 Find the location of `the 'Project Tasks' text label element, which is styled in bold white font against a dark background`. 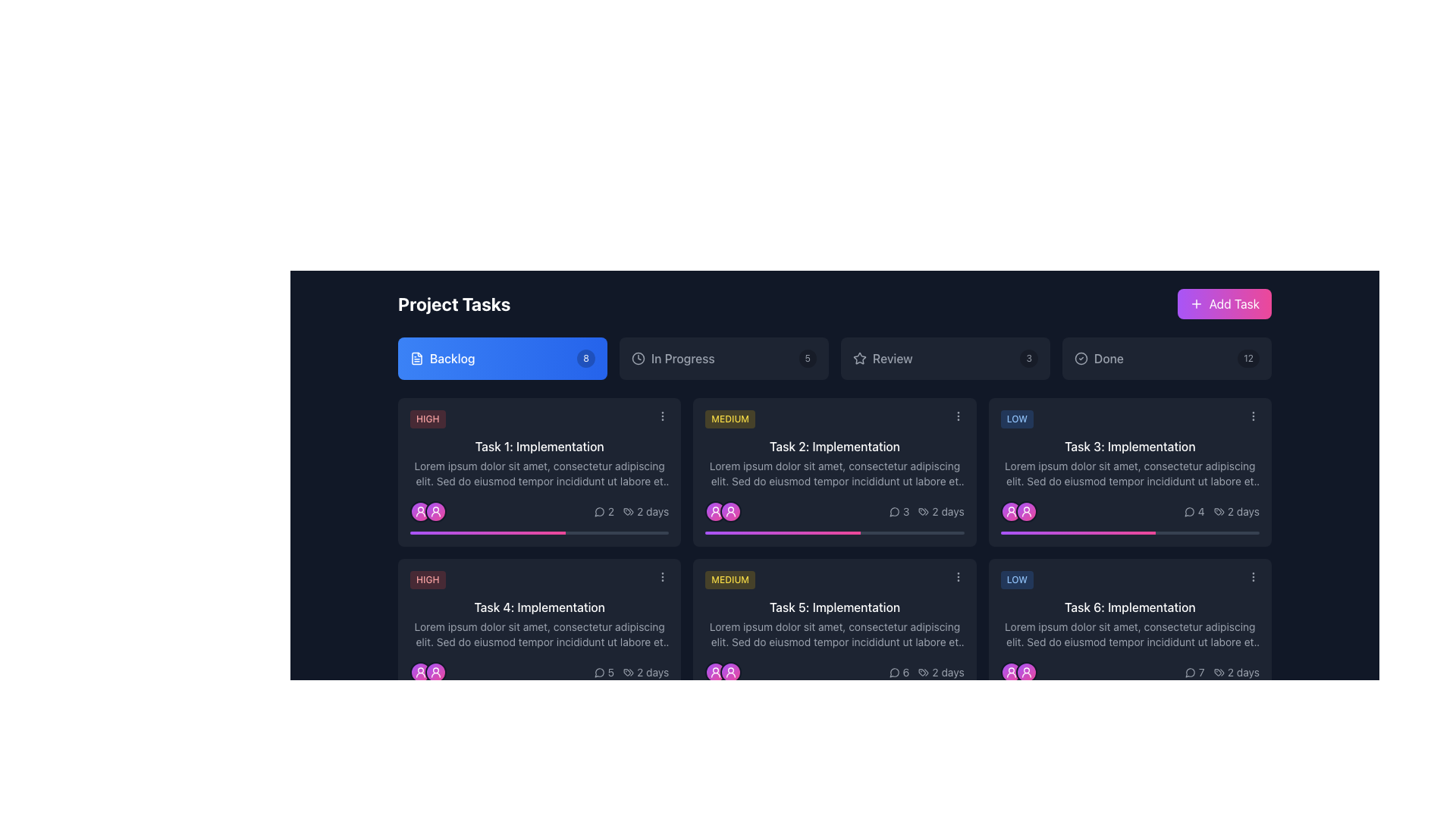

the 'Project Tasks' text label element, which is styled in bold white font against a dark background is located at coordinates (453, 304).